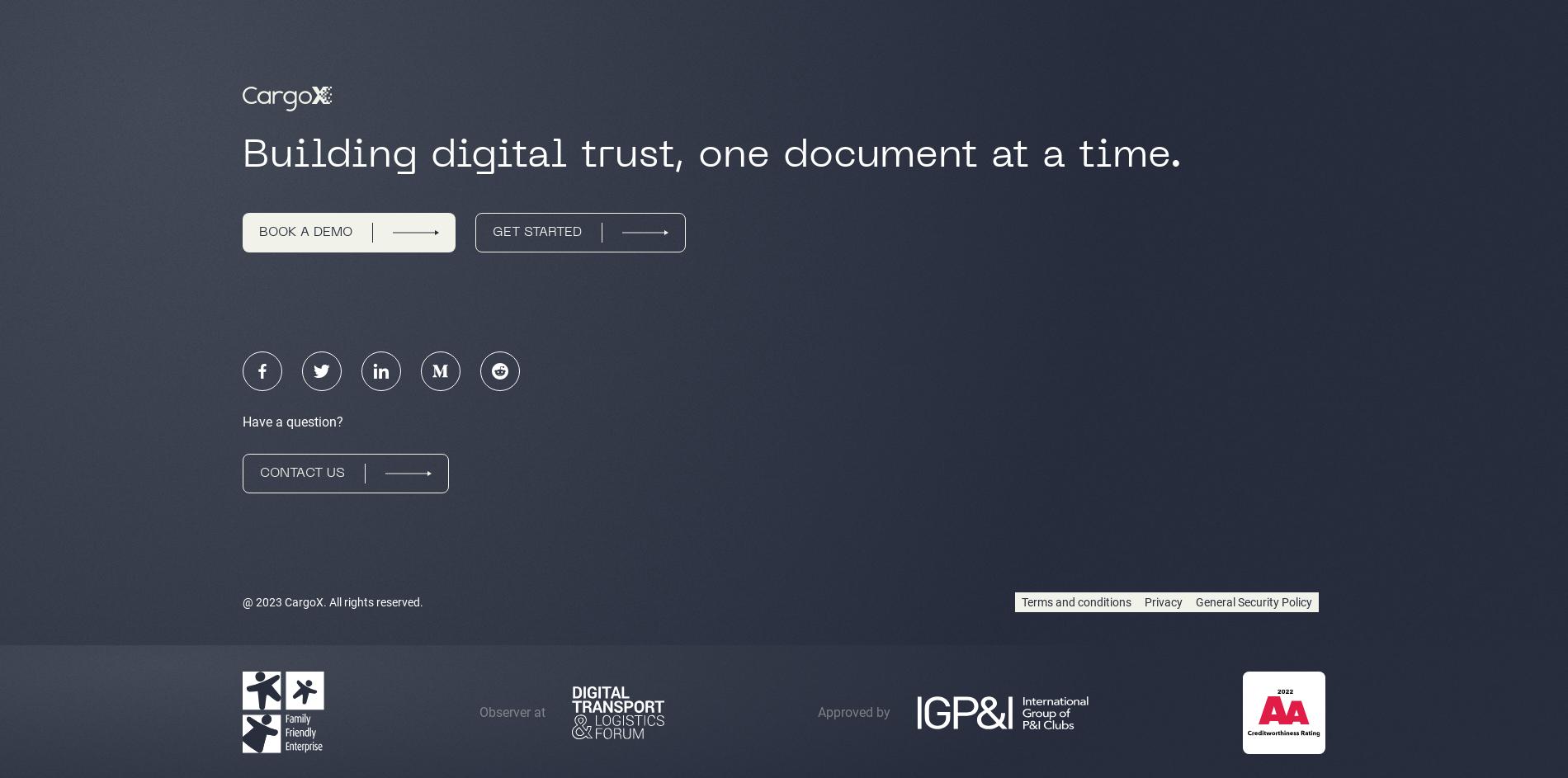  What do you see at coordinates (291, 421) in the screenshot?
I see `'Have a question?'` at bounding box center [291, 421].